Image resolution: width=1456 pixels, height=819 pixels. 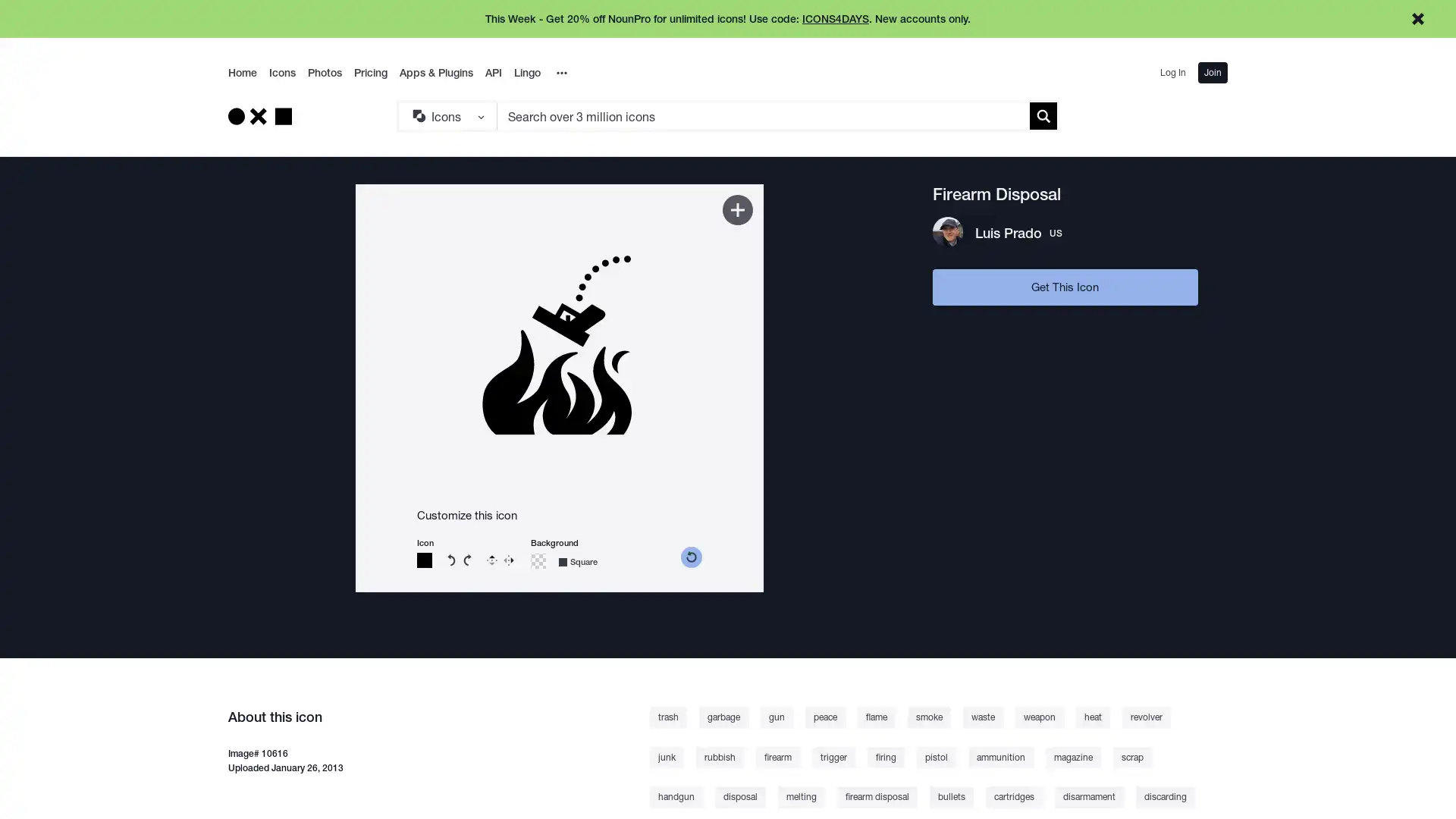 I want to click on Flip, so click(x=491, y=560).